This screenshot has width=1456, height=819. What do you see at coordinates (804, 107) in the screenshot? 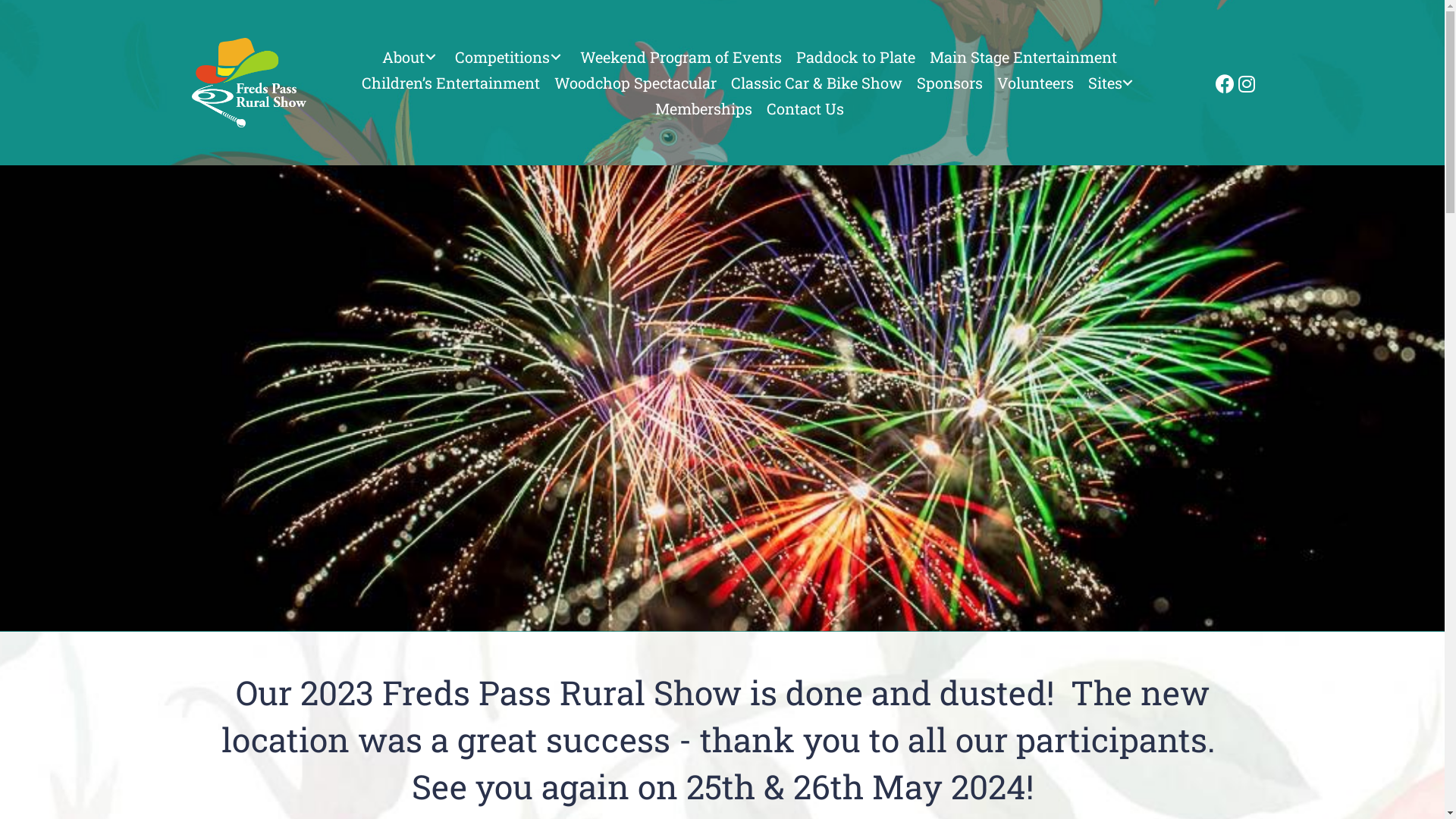
I see `'Contact Us'` at bounding box center [804, 107].